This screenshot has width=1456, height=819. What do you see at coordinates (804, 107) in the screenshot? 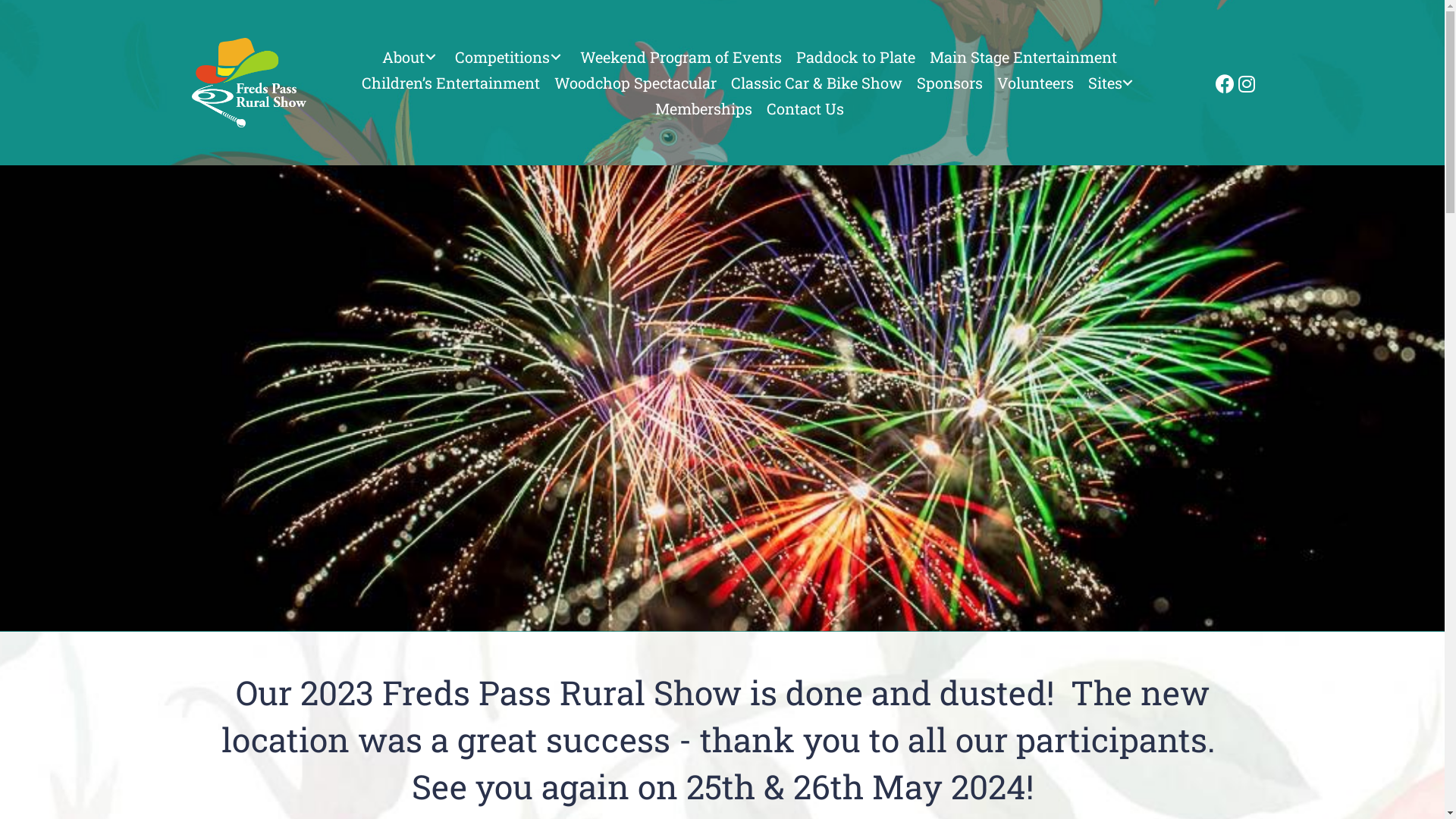
I see `'Contact Us'` at bounding box center [804, 107].